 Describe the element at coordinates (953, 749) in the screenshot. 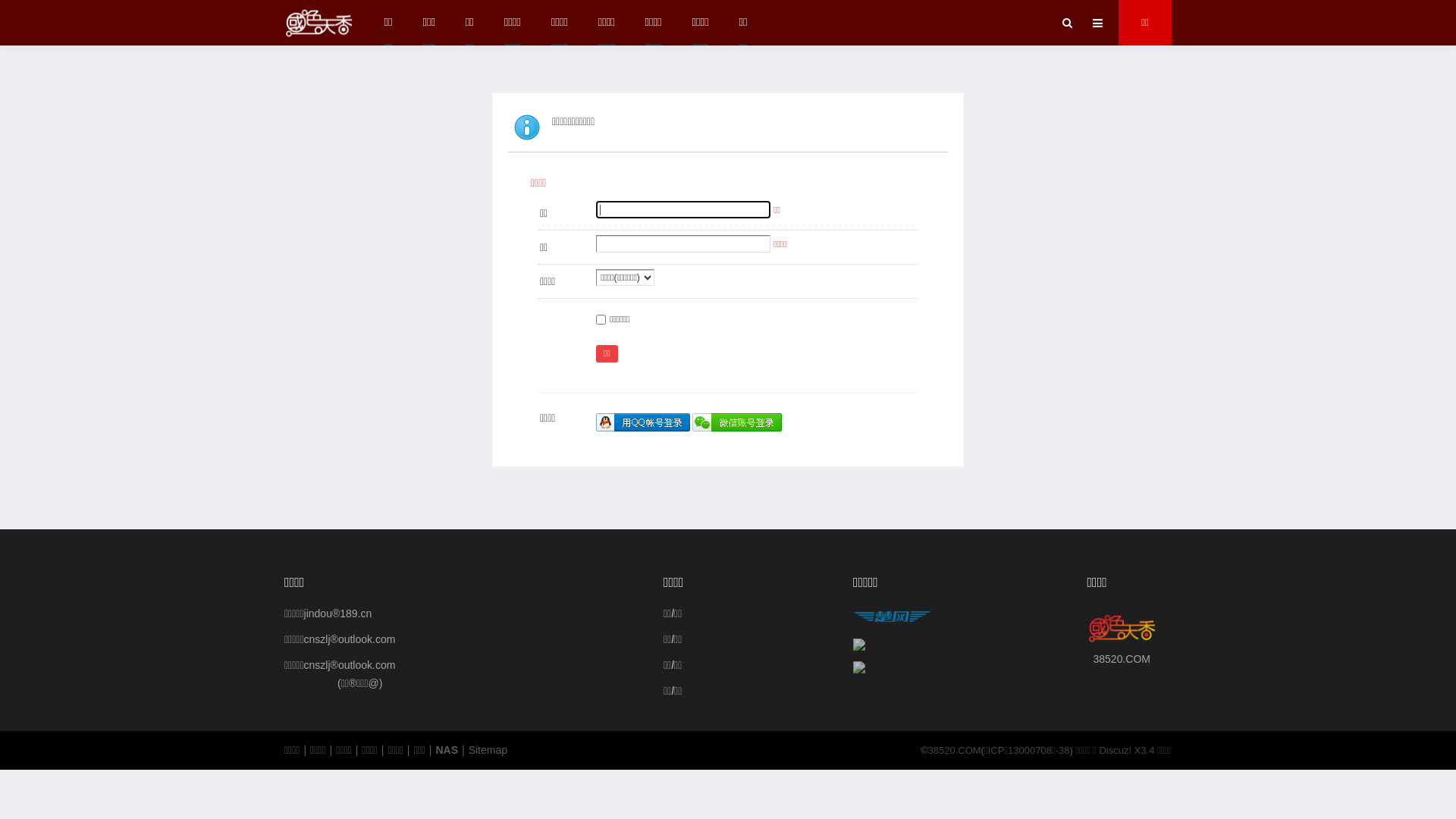

I see `'38520.COM'` at that location.